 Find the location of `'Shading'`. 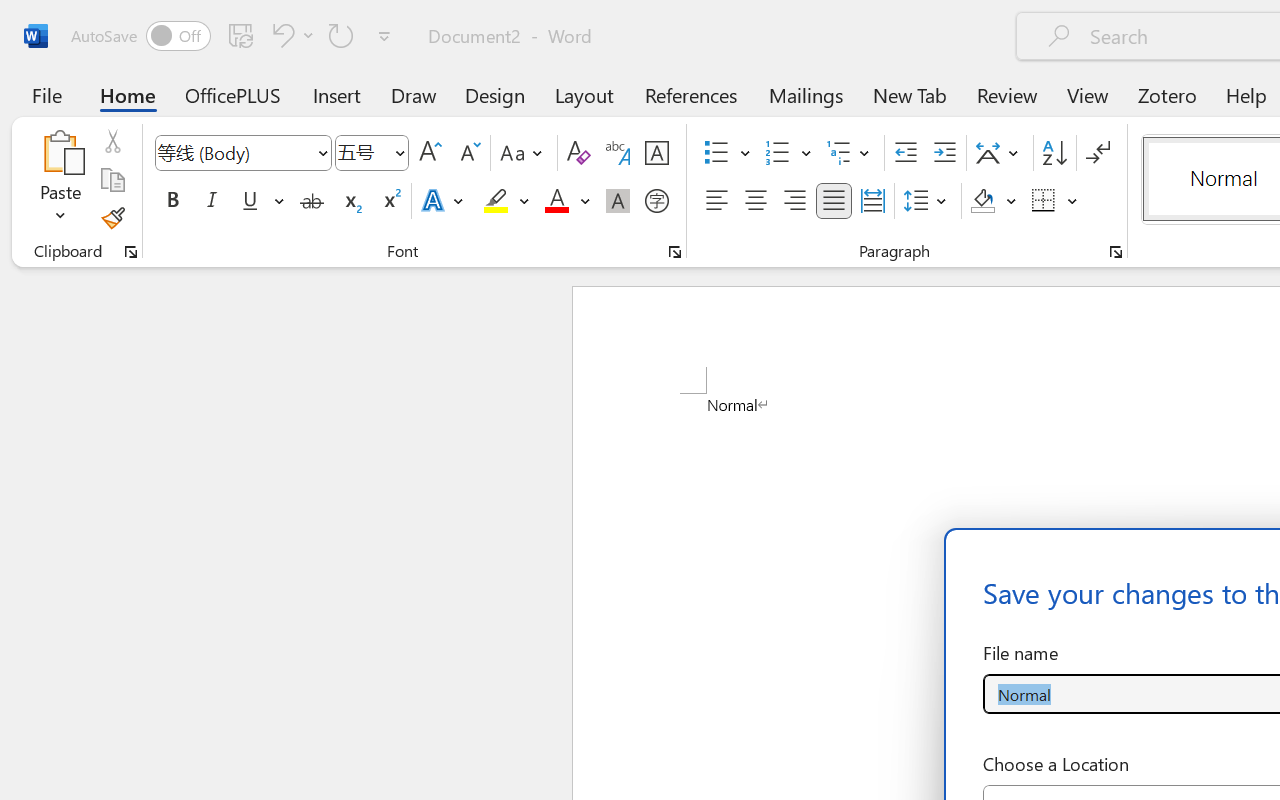

'Shading' is located at coordinates (993, 201).